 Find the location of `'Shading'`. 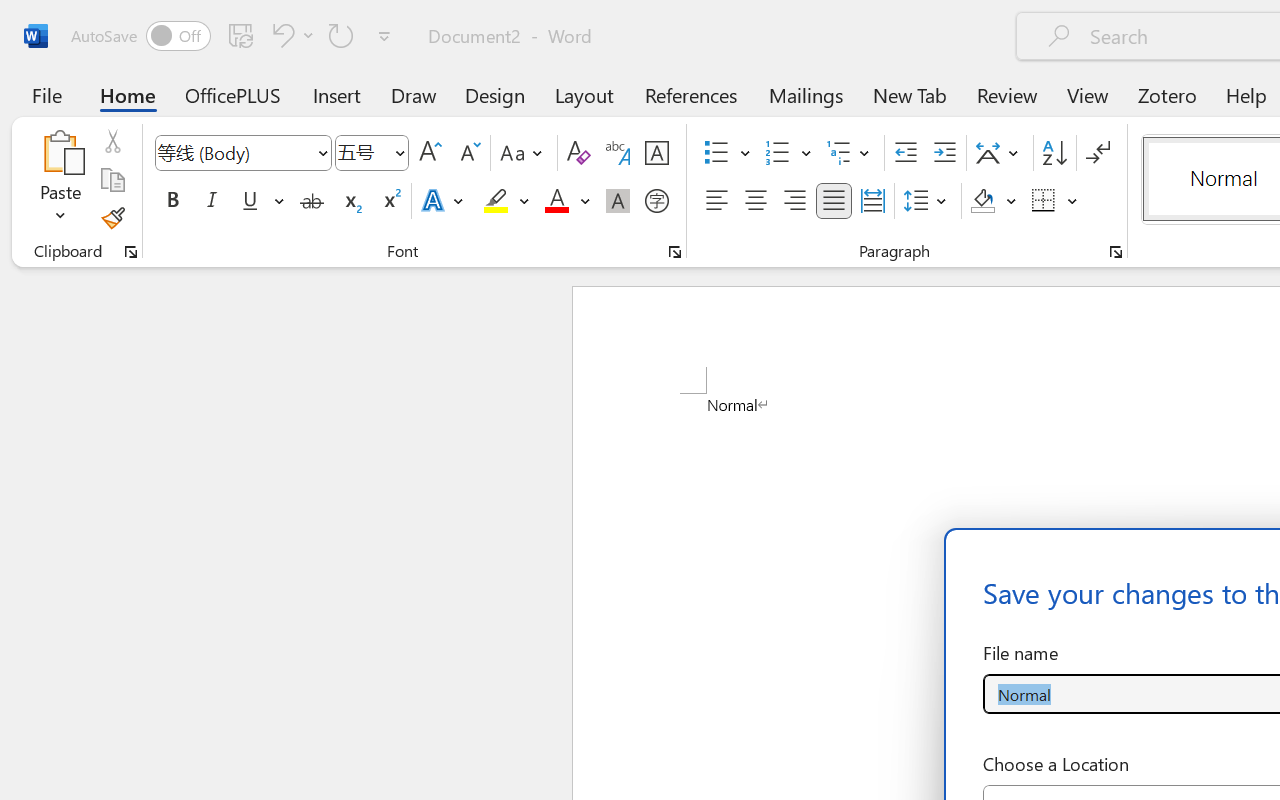

'Shading' is located at coordinates (993, 201).